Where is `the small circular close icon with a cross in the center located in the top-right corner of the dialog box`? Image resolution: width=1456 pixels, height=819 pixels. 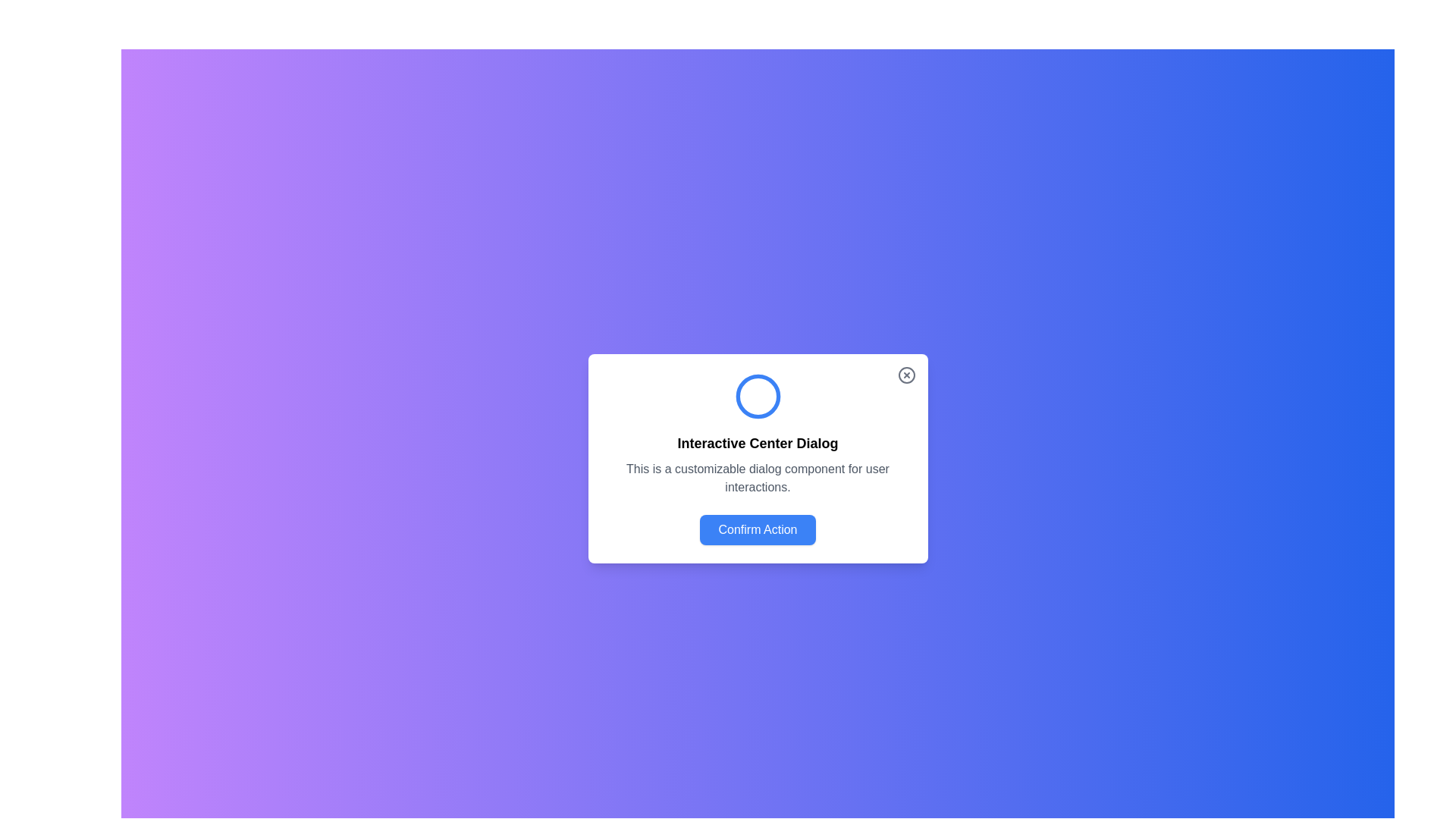
the small circular close icon with a cross in the center located in the top-right corner of the dialog box is located at coordinates (906, 375).